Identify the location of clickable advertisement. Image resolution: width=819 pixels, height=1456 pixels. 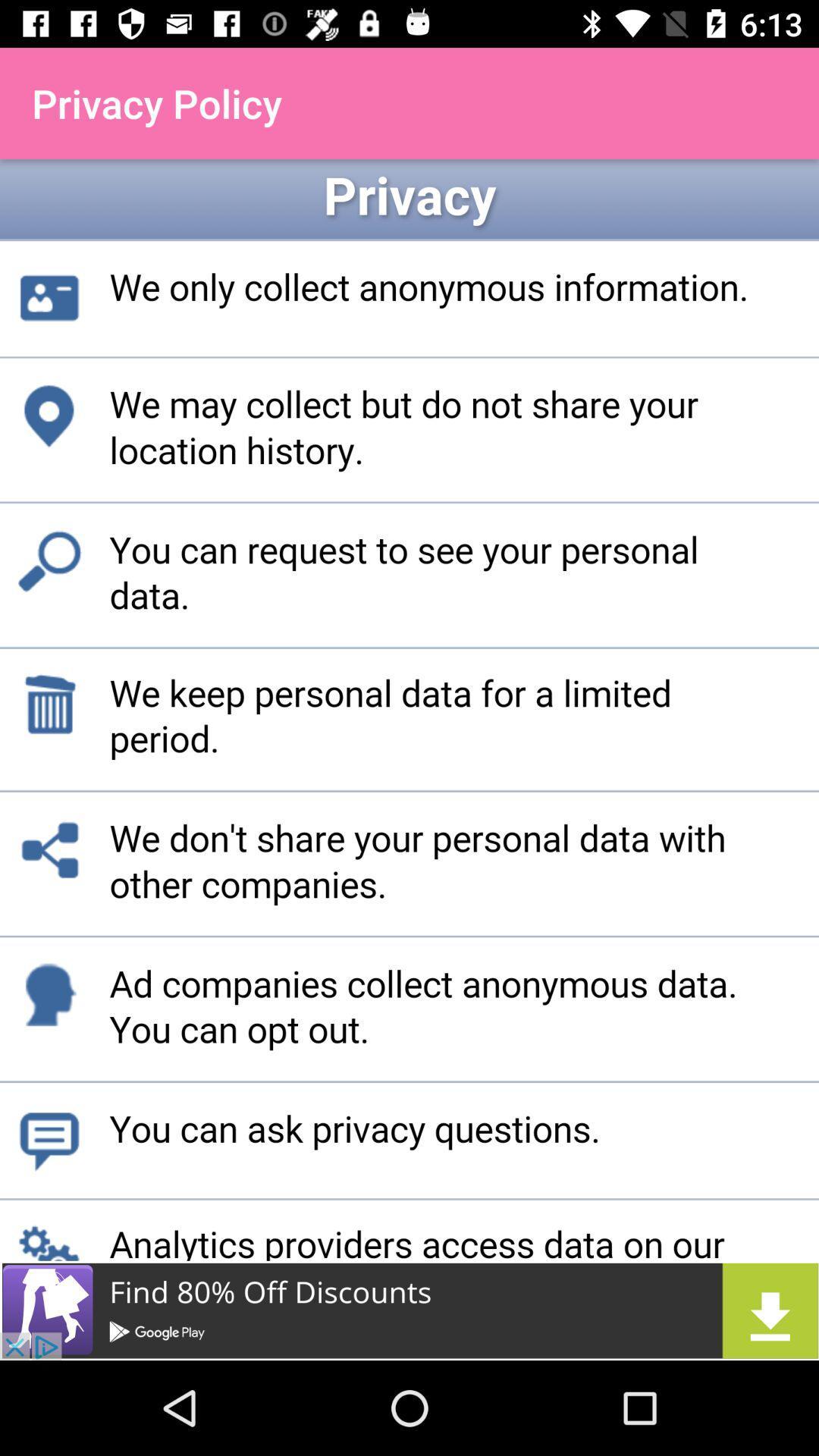
(409, 1310).